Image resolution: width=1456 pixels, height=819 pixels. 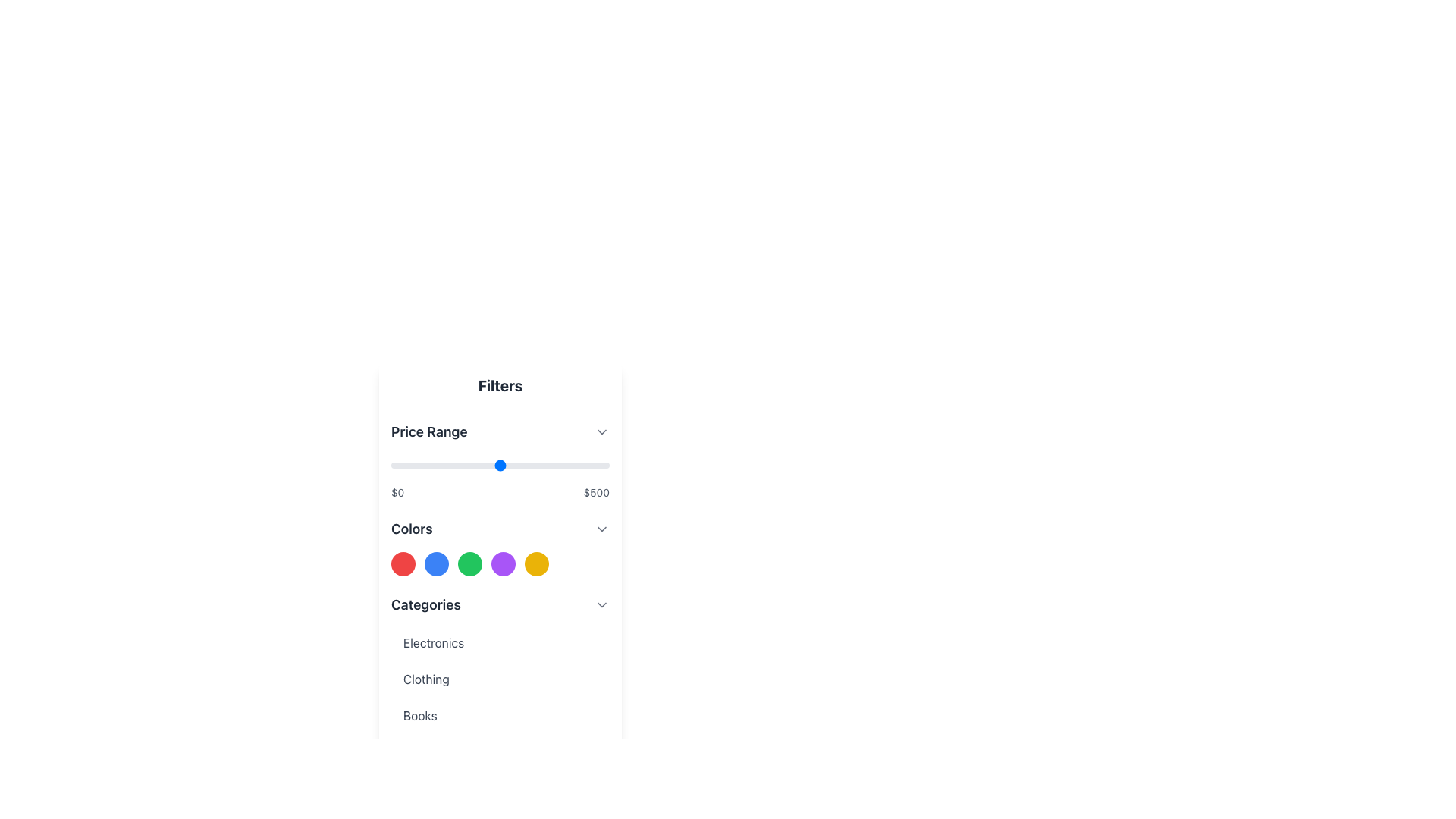 What do you see at coordinates (533, 464) in the screenshot?
I see `the price range slider` at bounding box center [533, 464].